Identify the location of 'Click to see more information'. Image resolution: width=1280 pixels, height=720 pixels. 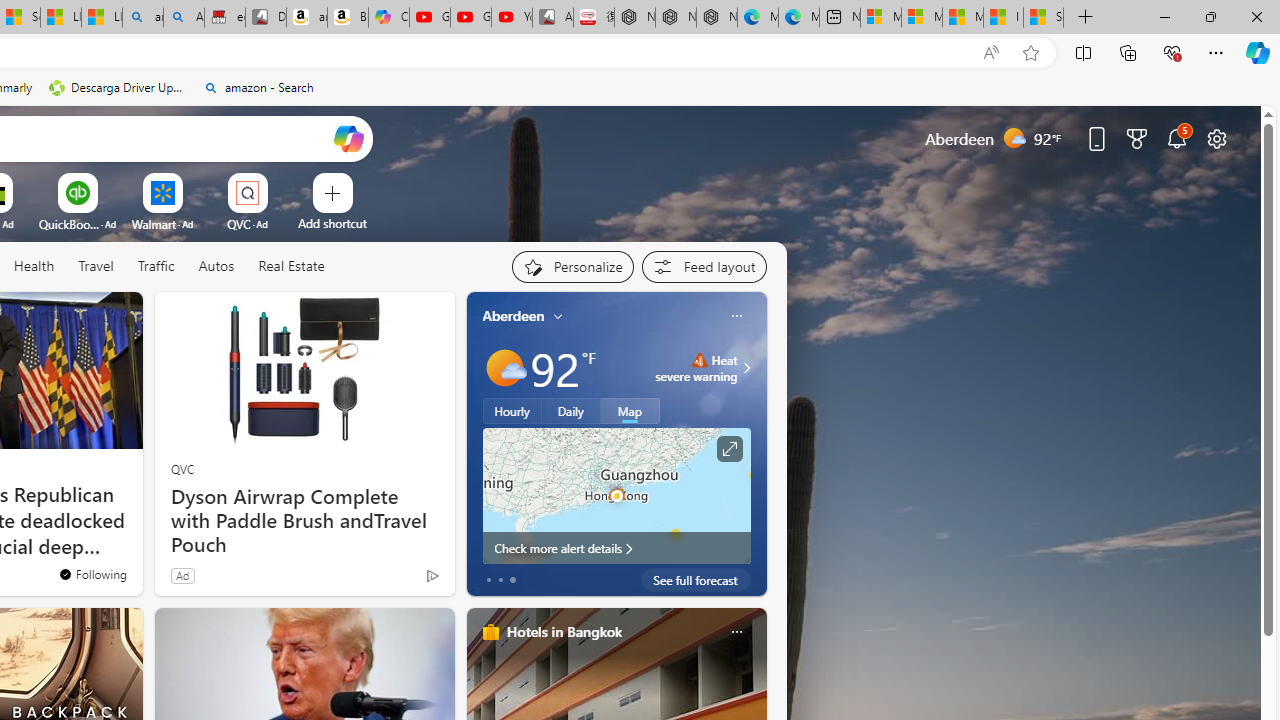
(727, 448).